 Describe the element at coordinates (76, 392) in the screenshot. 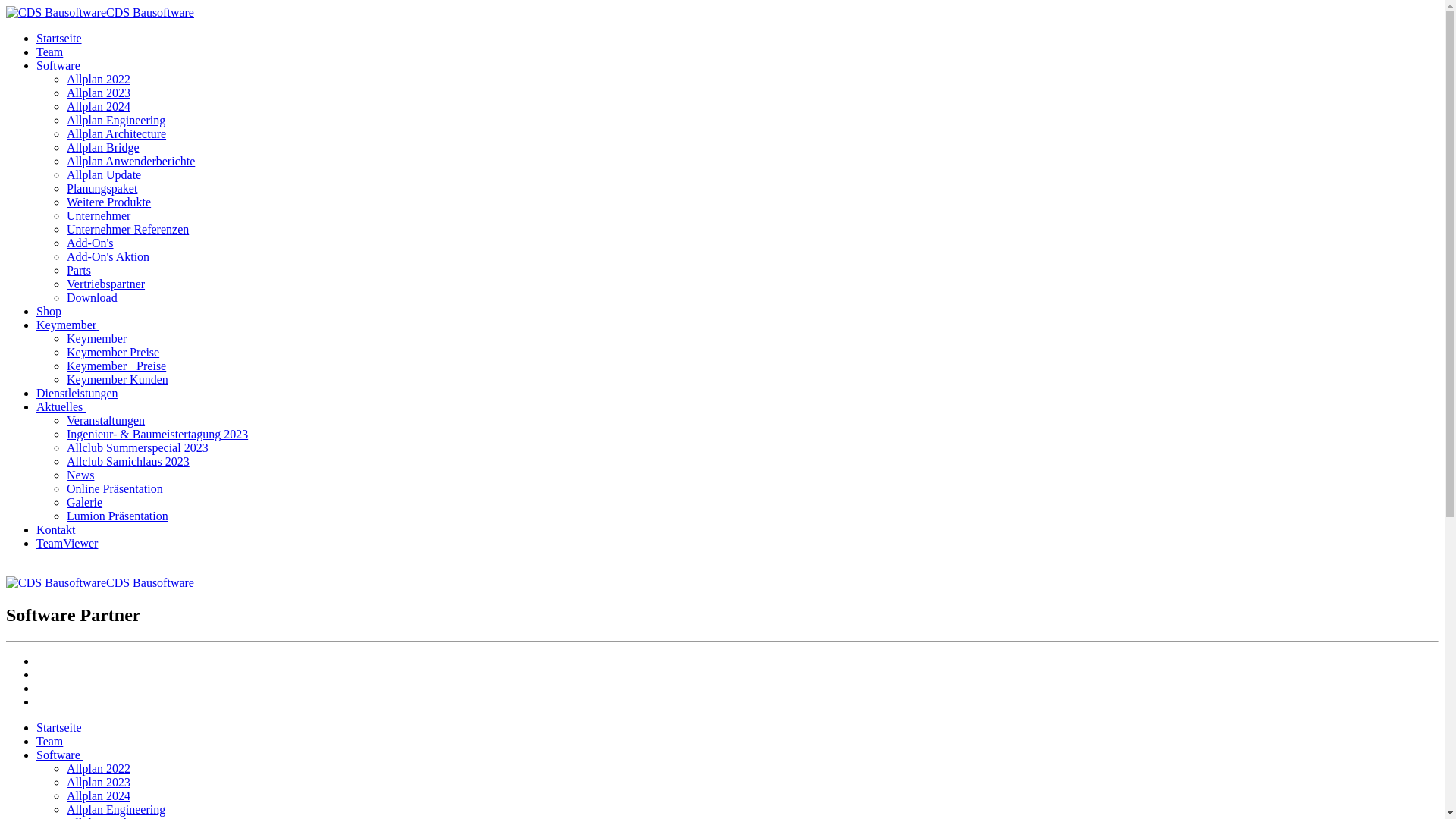

I see `'Dienstleistungen'` at that location.